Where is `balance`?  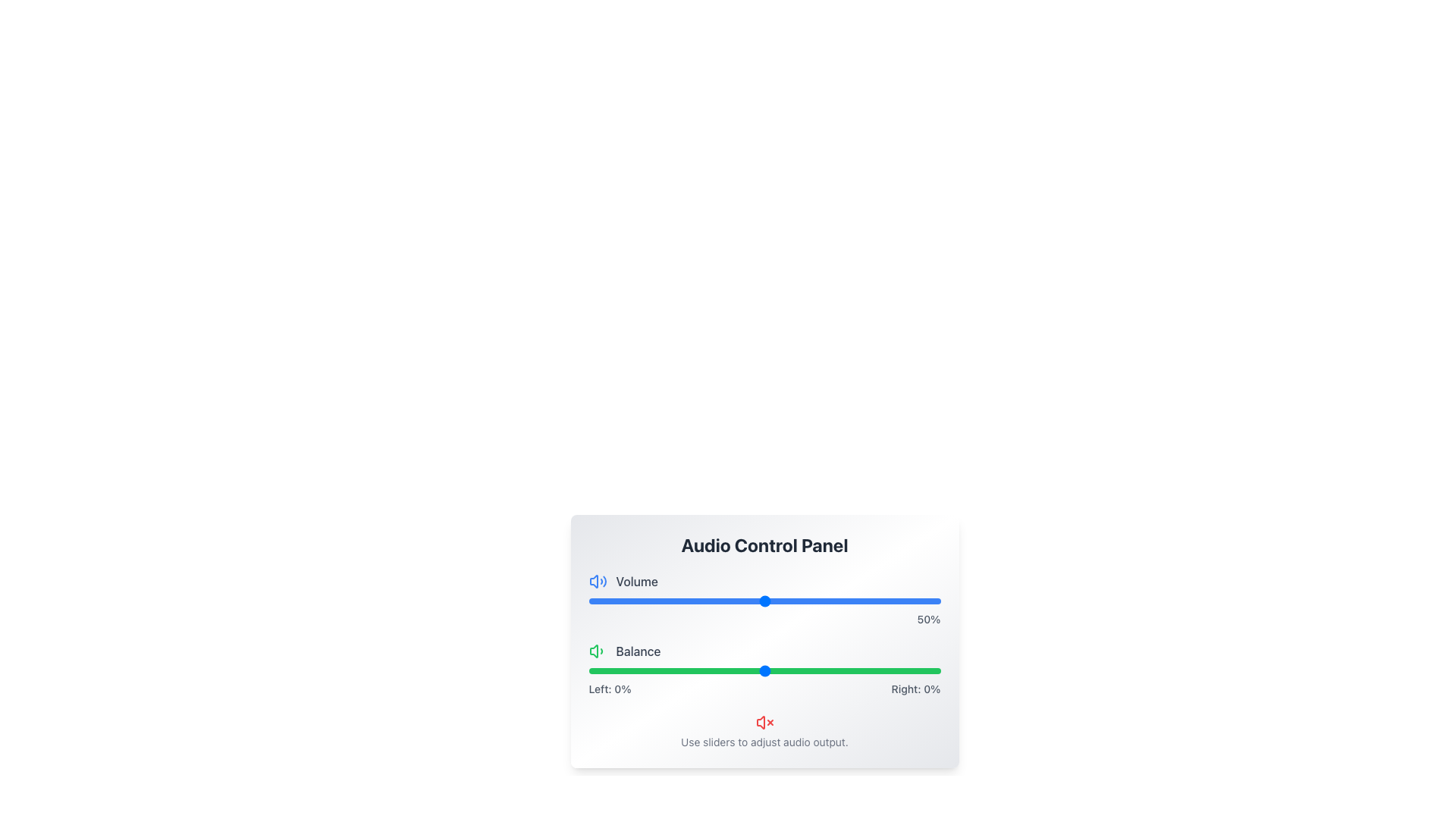
balance is located at coordinates (605, 670).